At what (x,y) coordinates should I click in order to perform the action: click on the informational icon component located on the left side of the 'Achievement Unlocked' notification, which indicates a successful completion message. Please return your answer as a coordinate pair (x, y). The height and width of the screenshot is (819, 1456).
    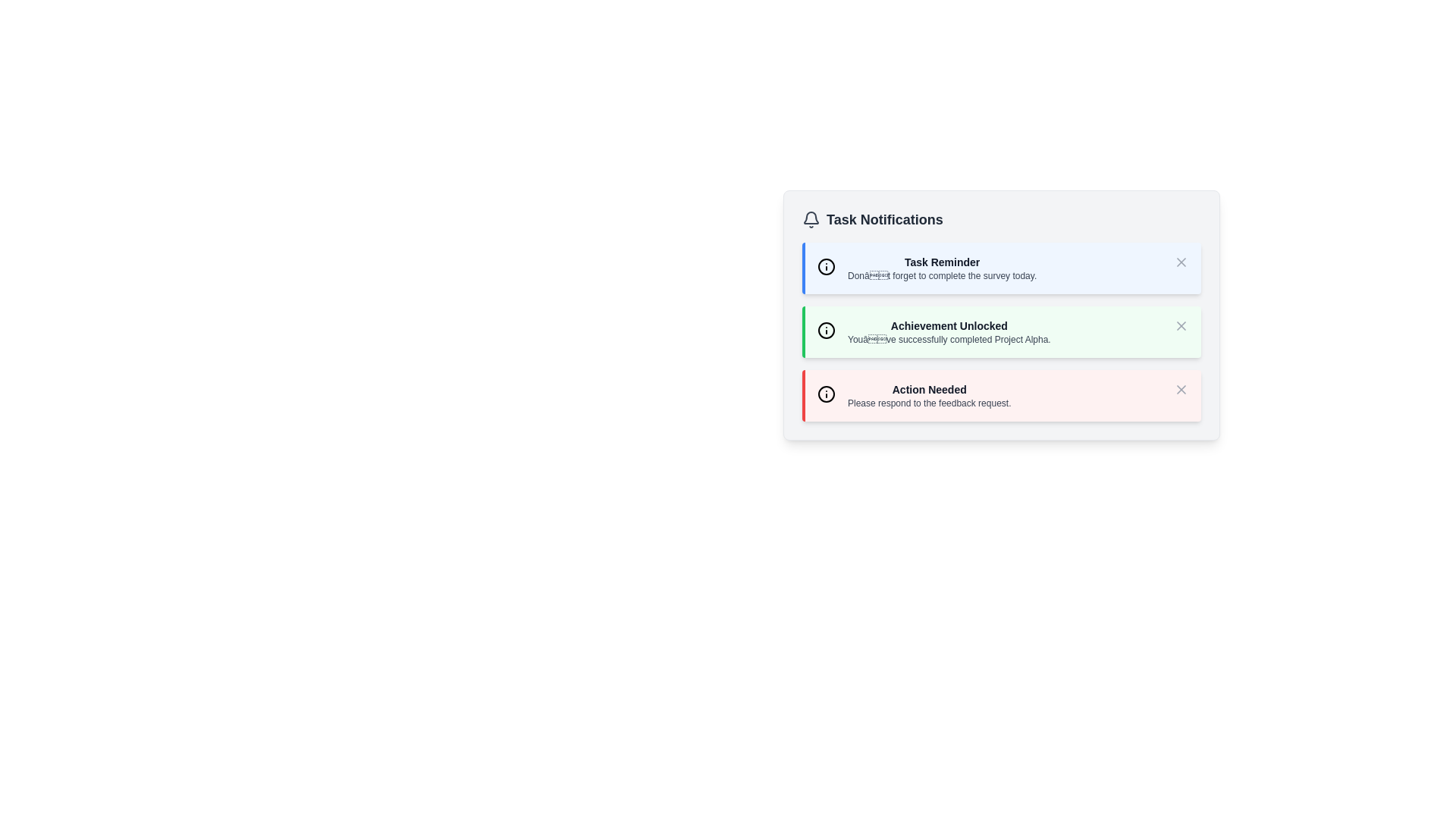
    Looking at the image, I should click on (825, 329).